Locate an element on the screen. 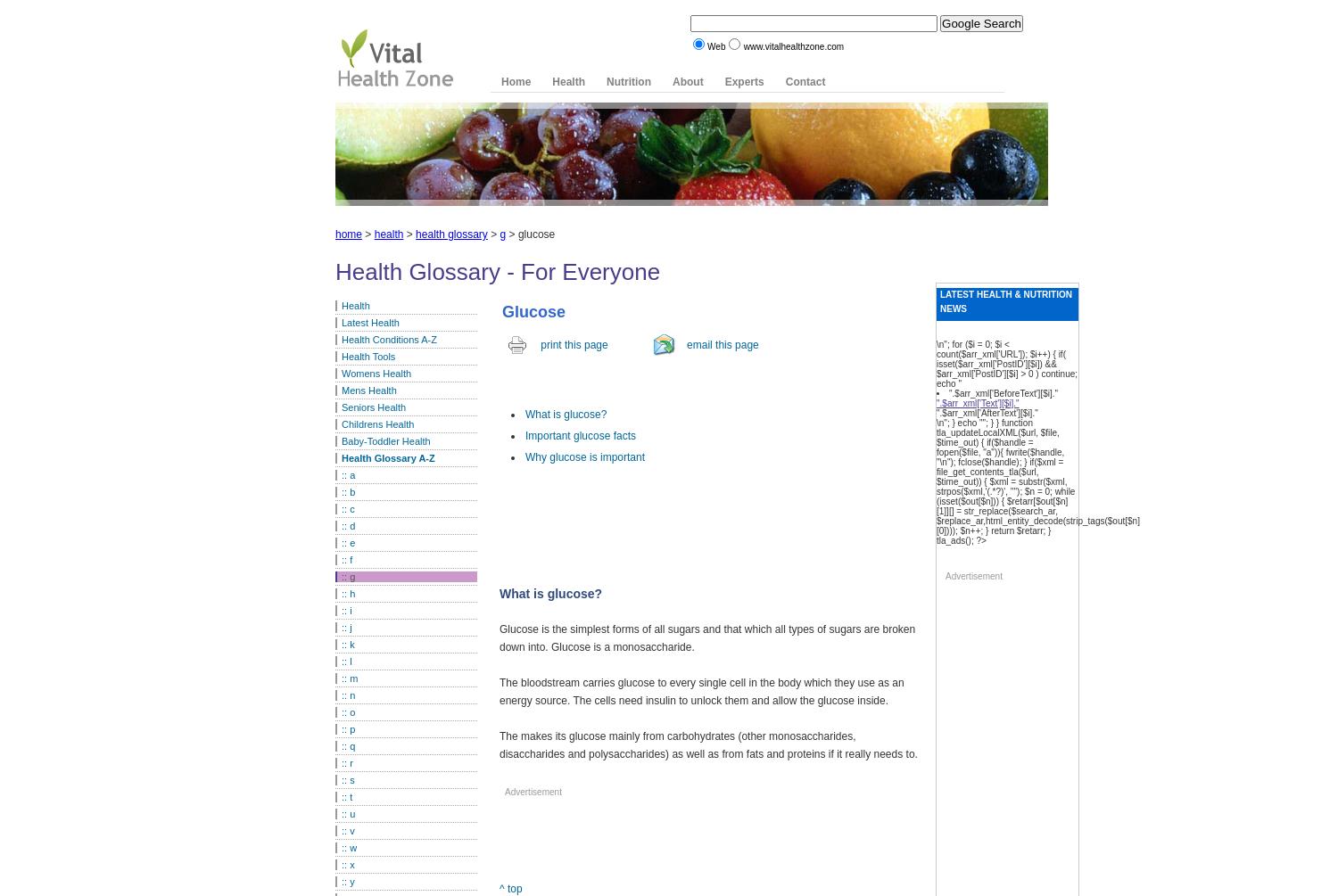 This screenshot has width=1338, height=896. ':: b' is located at coordinates (348, 491).